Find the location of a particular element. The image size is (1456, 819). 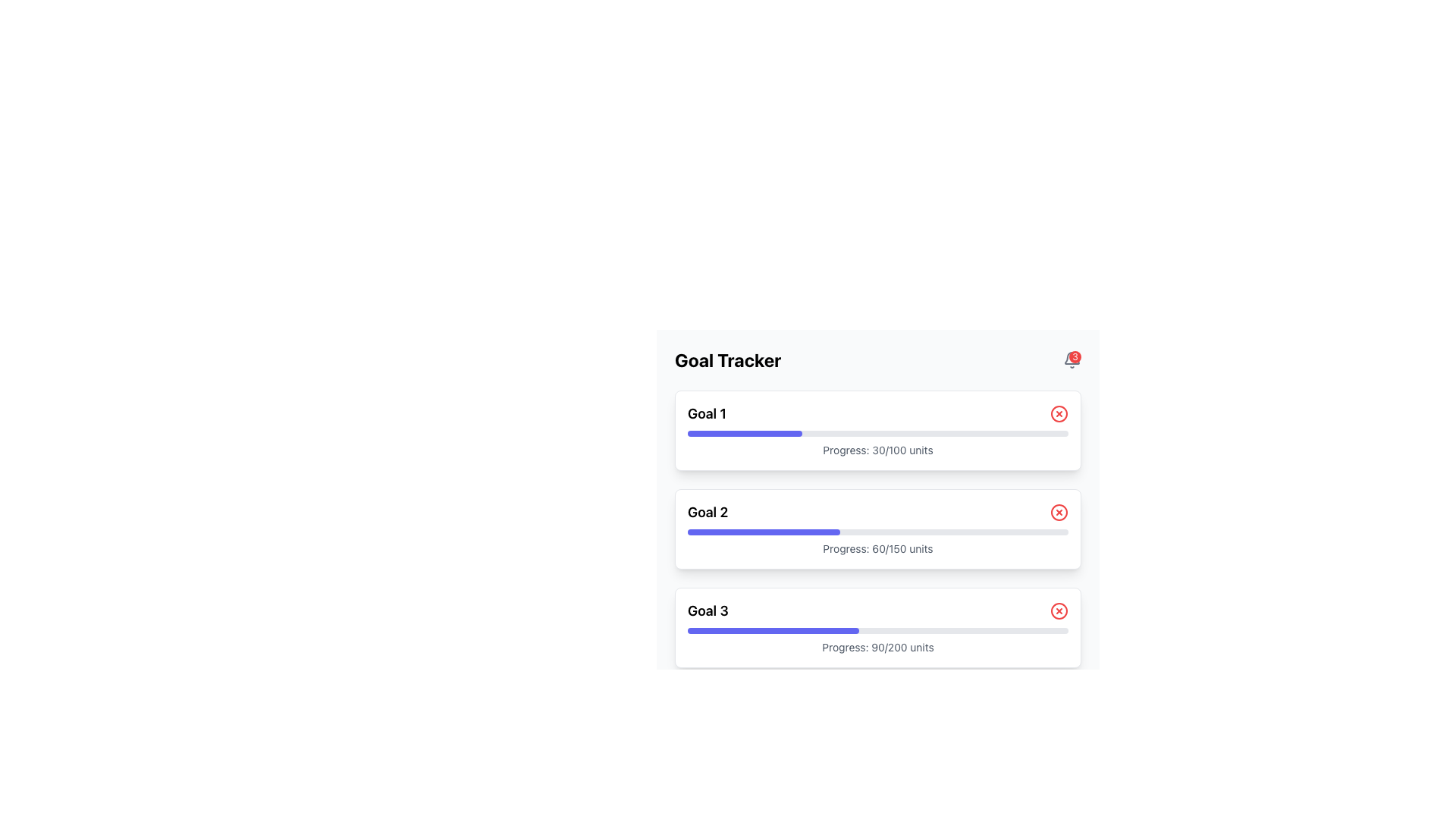

the progress level is located at coordinates (687, 532).